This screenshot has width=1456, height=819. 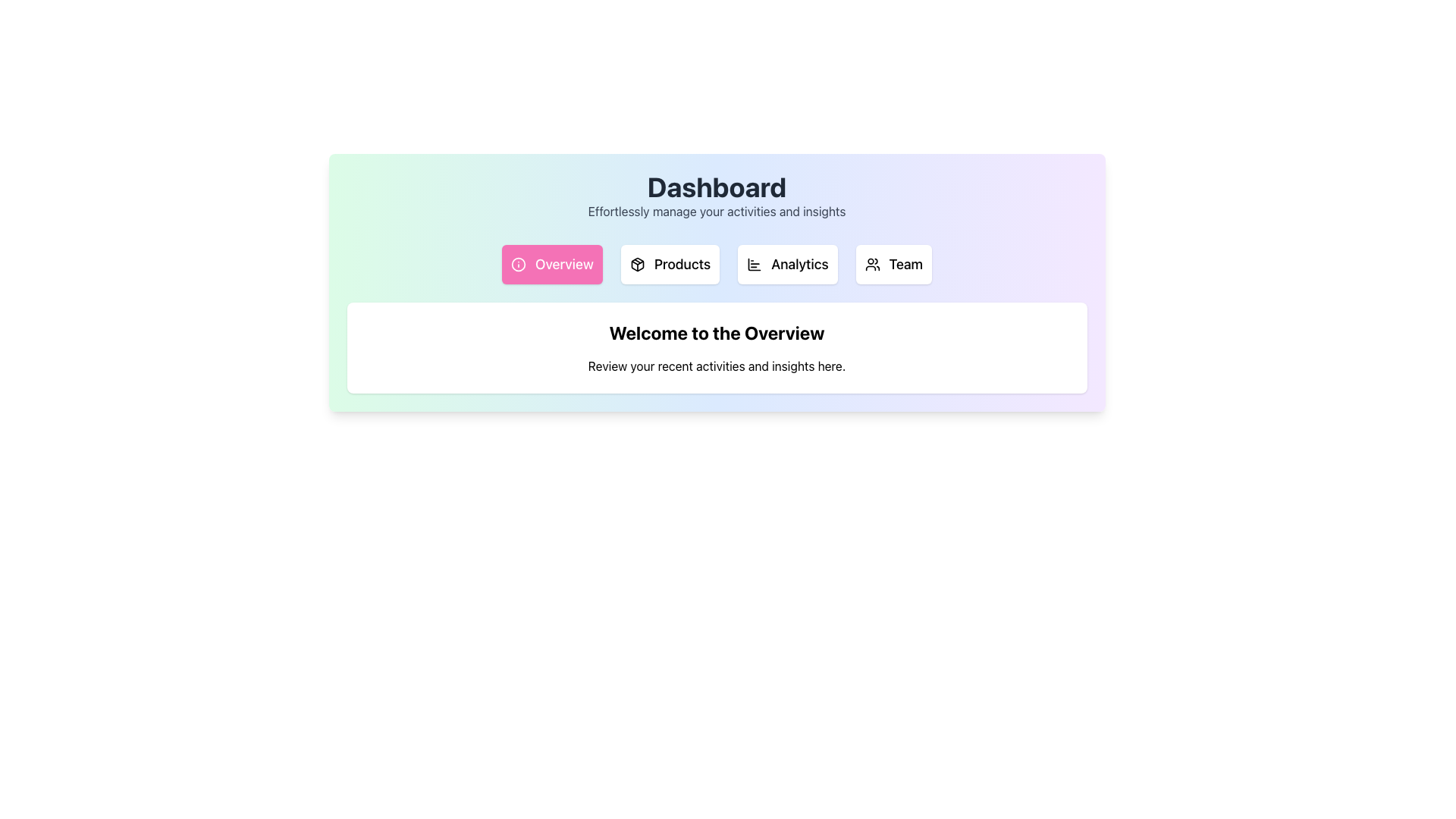 What do you see at coordinates (716, 211) in the screenshot?
I see `the descriptive Text Label located below the 'Dashboard' header in the dashboard interface` at bounding box center [716, 211].